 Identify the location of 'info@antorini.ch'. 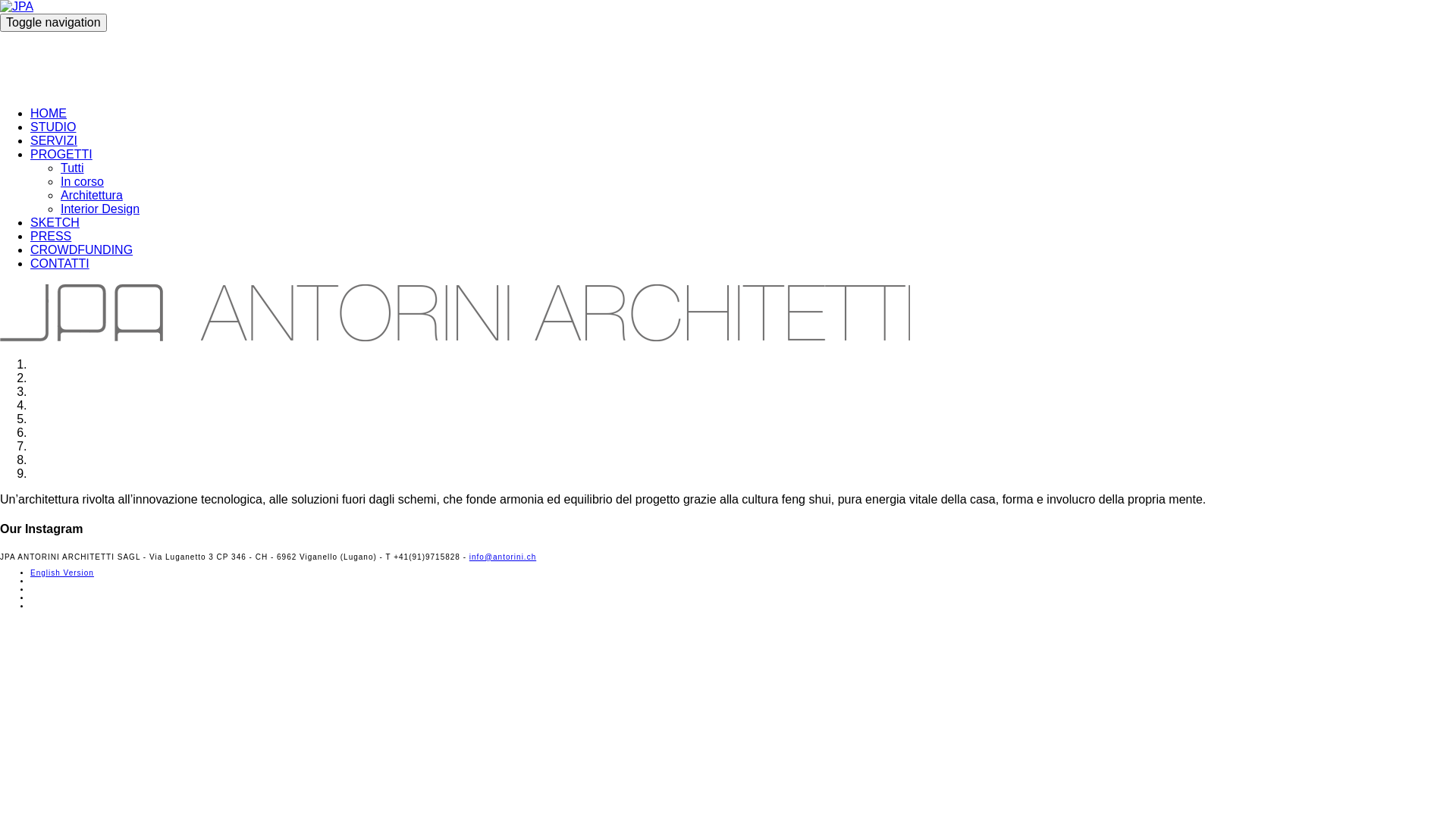
(502, 557).